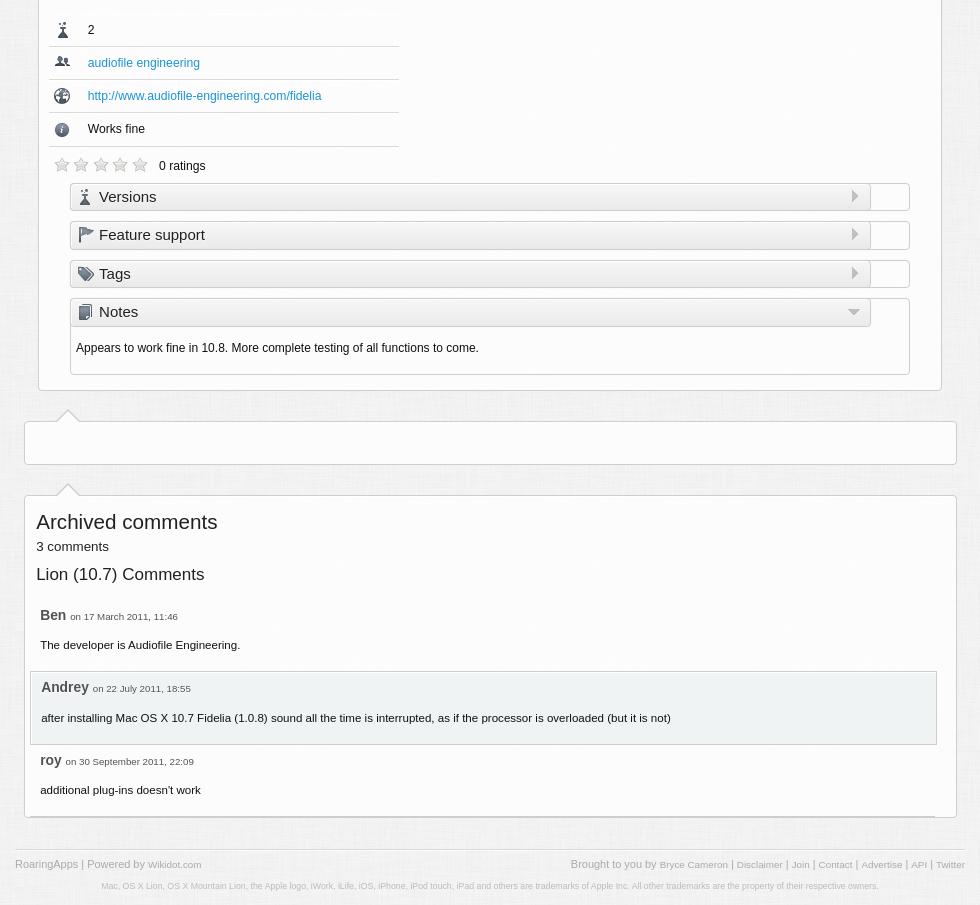 This screenshot has width=980, height=905. I want to click on 'Notes', so click(118, 310).